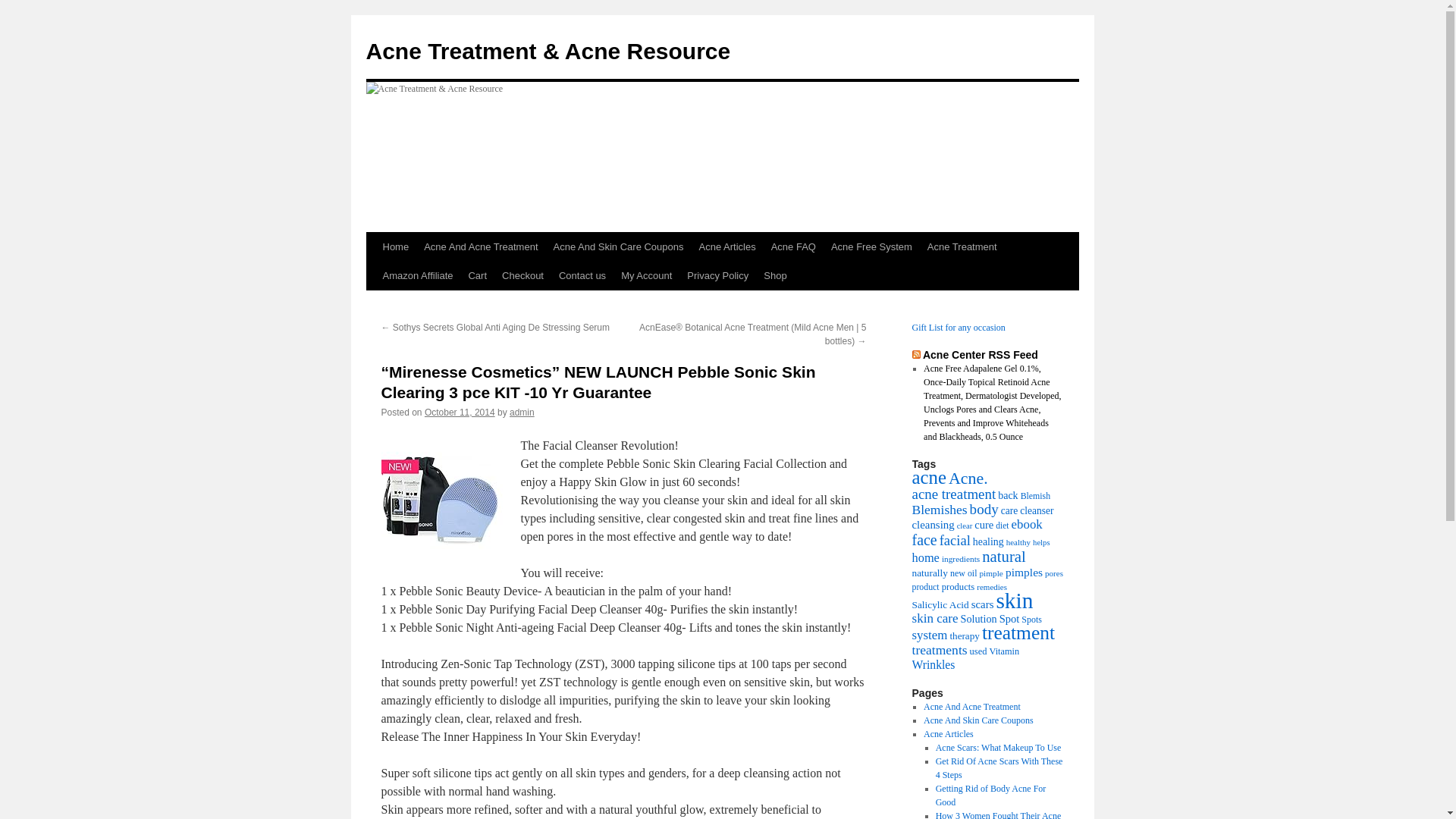 The image size is (1456, 819). Describe the element at coordinates (619, 246) in the screenshot. I see `'Acne And Skin Care Coupons'` at that location.